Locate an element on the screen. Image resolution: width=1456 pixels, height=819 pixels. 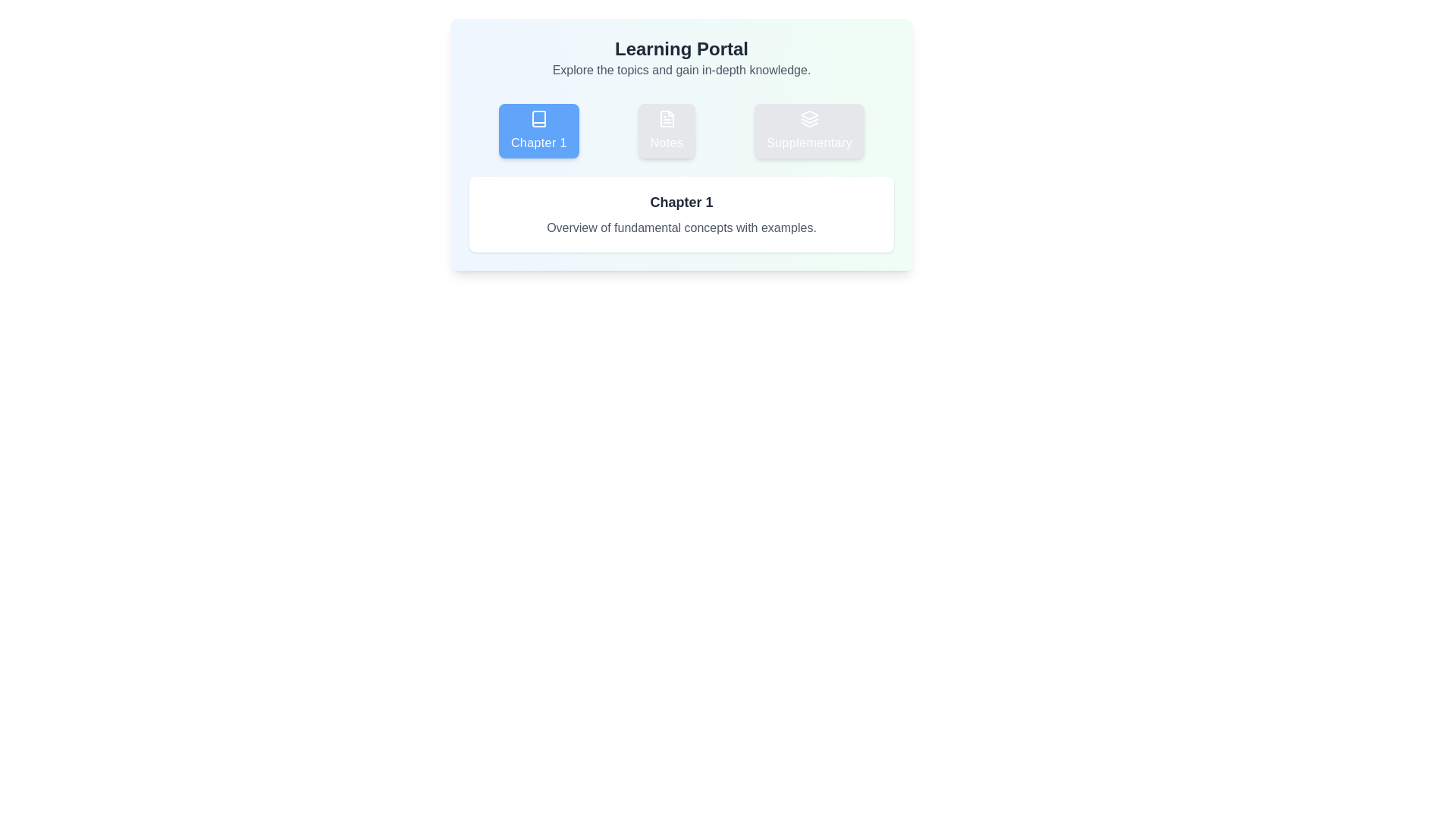
the third button in a horizontal row, which accesses supplementary materials or resources is located at coordinates (808, 130).